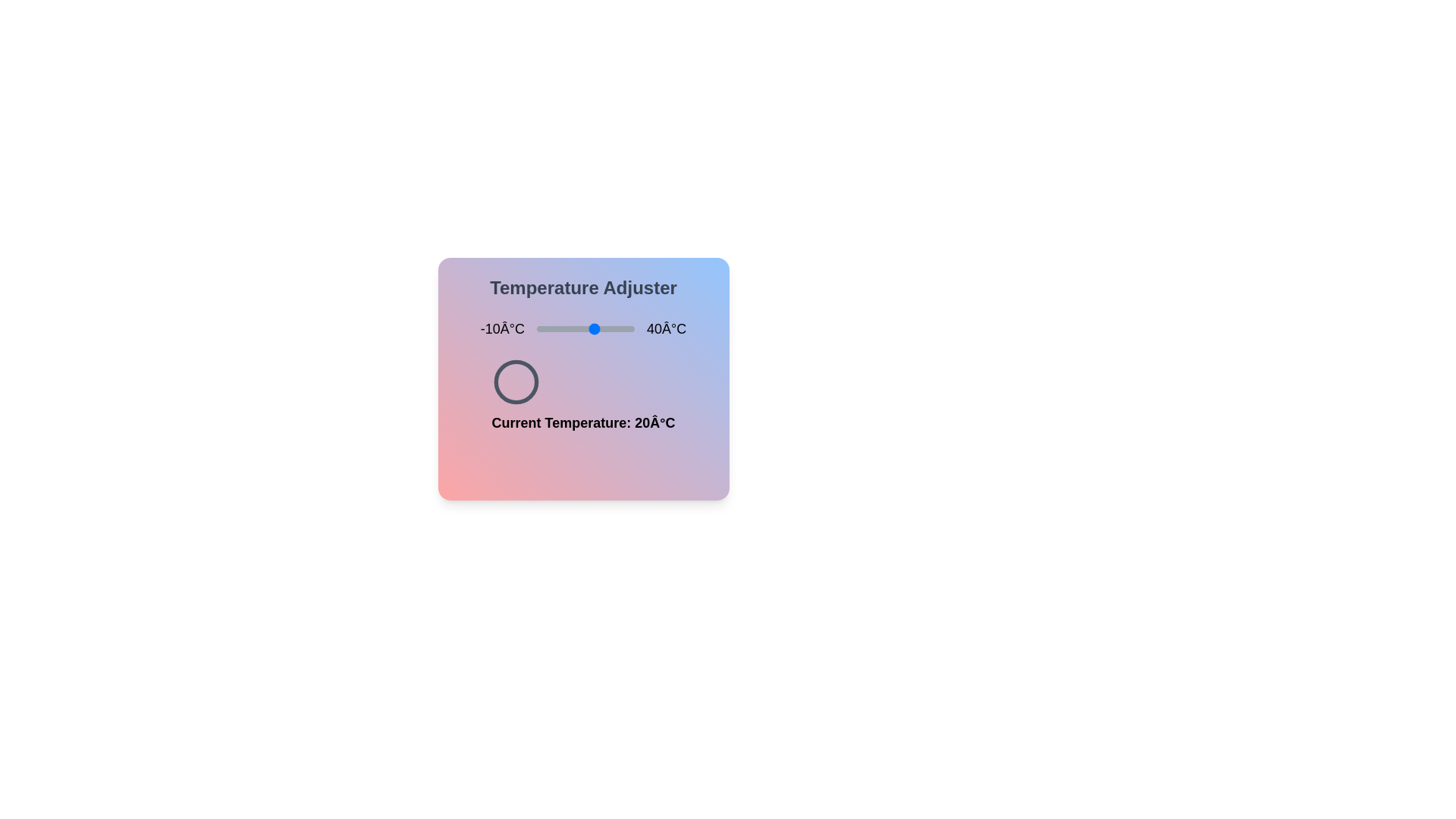  Describe the element at coordinates (560, 328) in the screenshot. I see `the temperature slider to 2°C` at that location.